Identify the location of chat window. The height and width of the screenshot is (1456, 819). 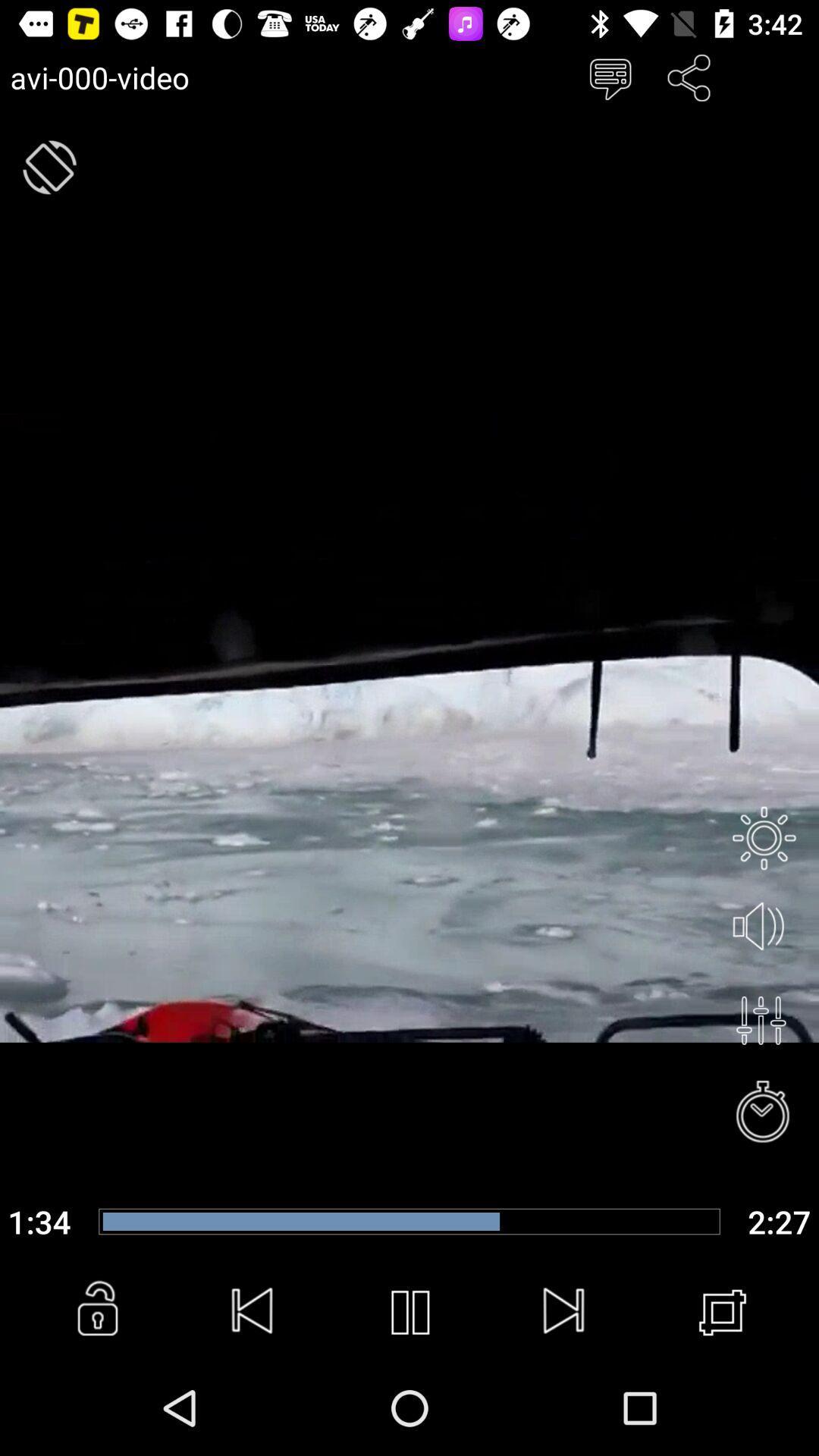
(609, 77).